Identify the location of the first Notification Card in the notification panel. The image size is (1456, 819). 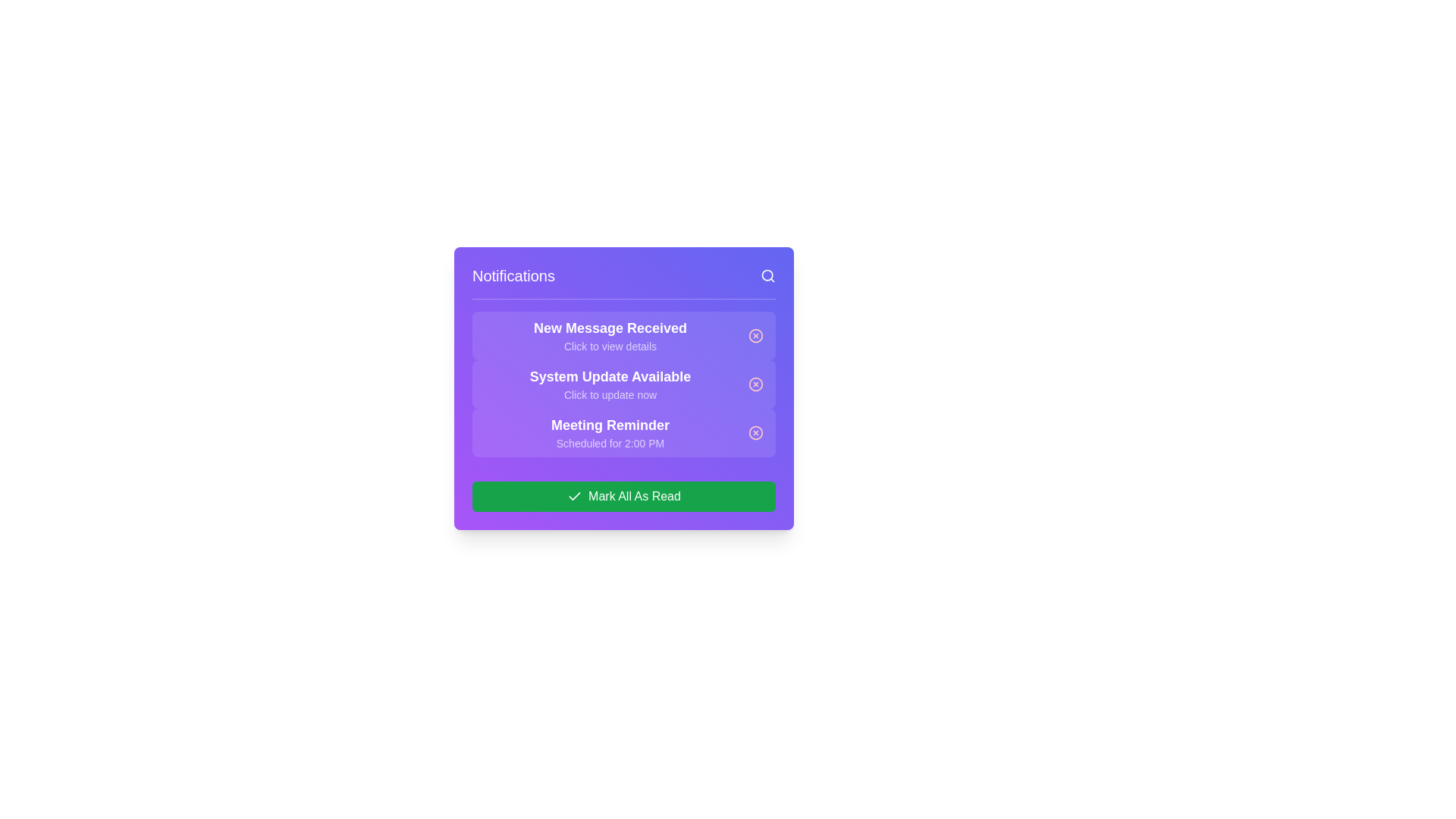
(623, 335).